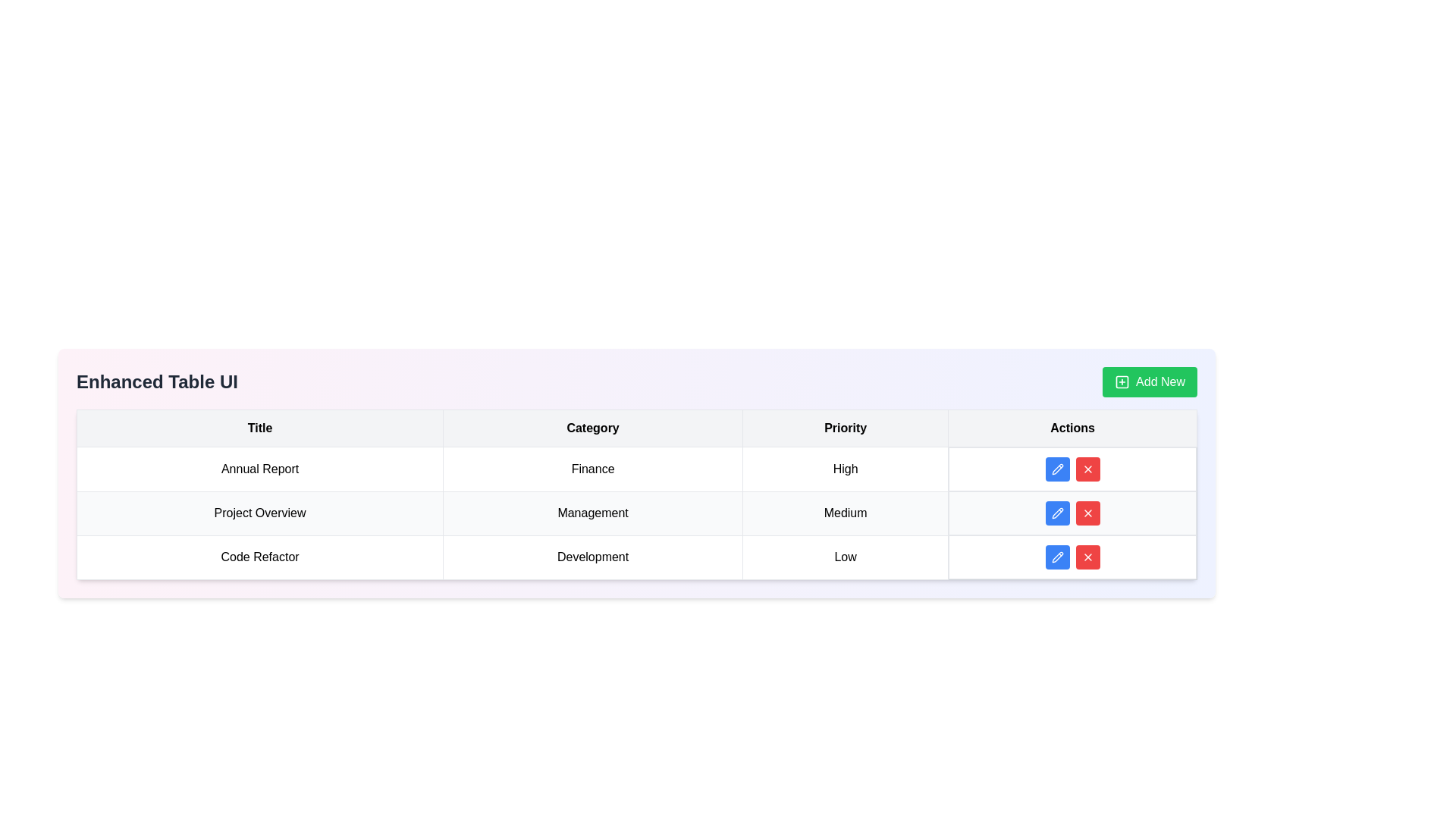 This screenshot has height=819, width=1456. I want to click on the 'Priority' column header label in the grid, which is the third column header between 'Category' and 'Actions', so click(845, 428).